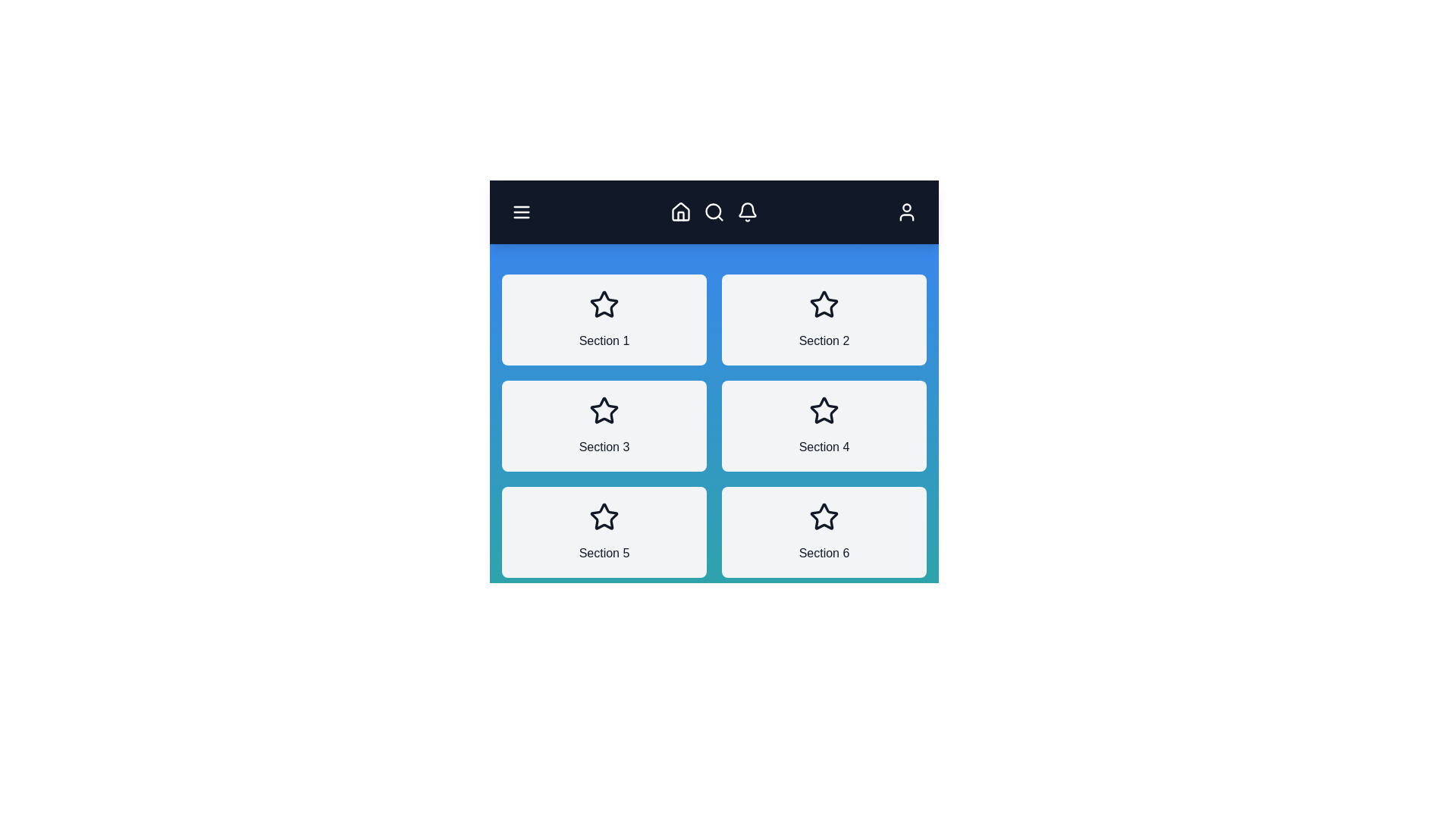 Image resolution: width=1456 pixels, height=819 pixels. What do you see at coordinates (747, 212) in the screenshot?
I see `the bell icon to view notifications` at bounding box center [747, 212].